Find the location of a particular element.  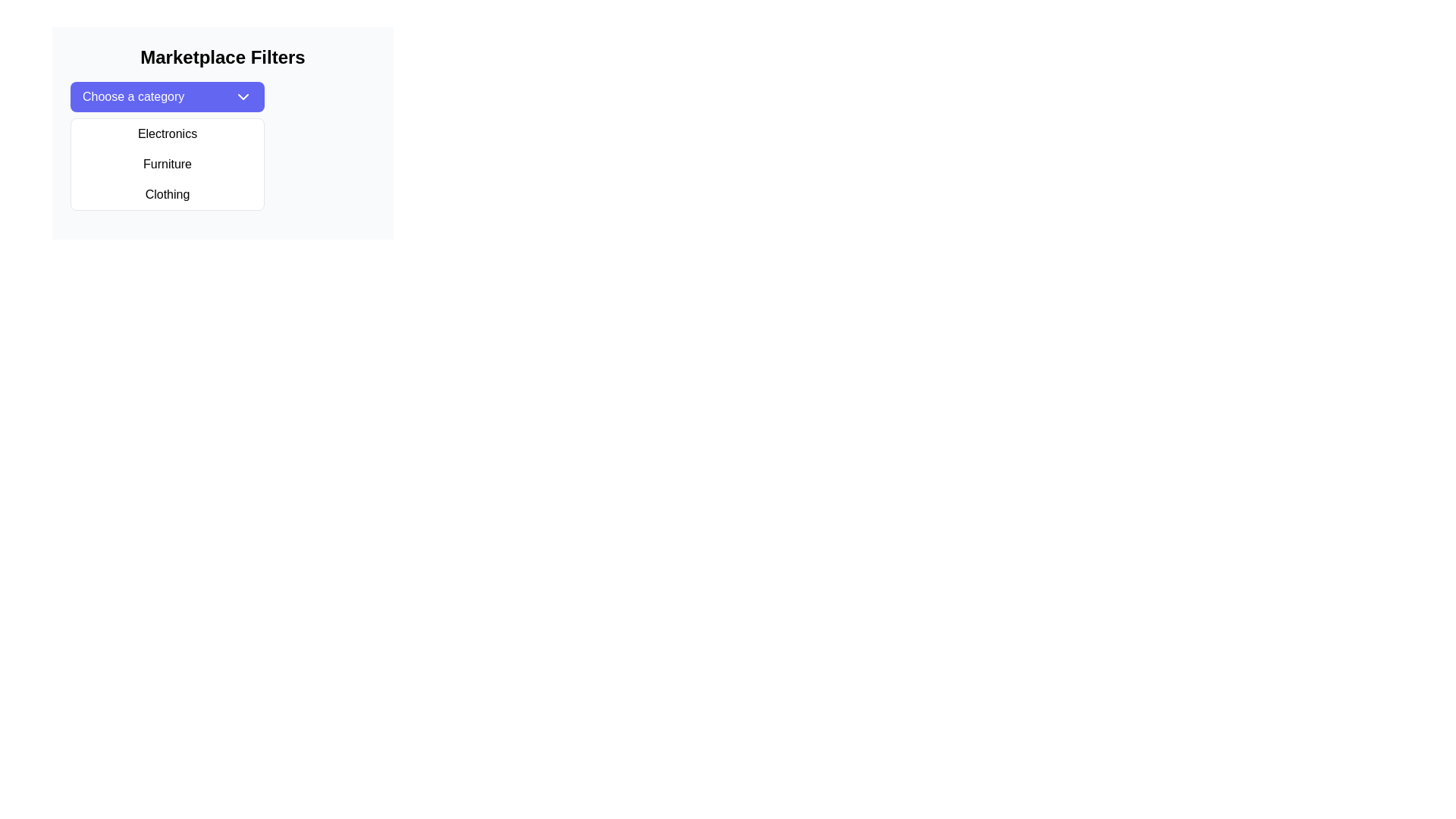

the dropdown menu indicator icon located in the top-right corner of the purple button labeled 'Choose a category' to potentially trigger a tooltip is located at coordinates (243, 96).